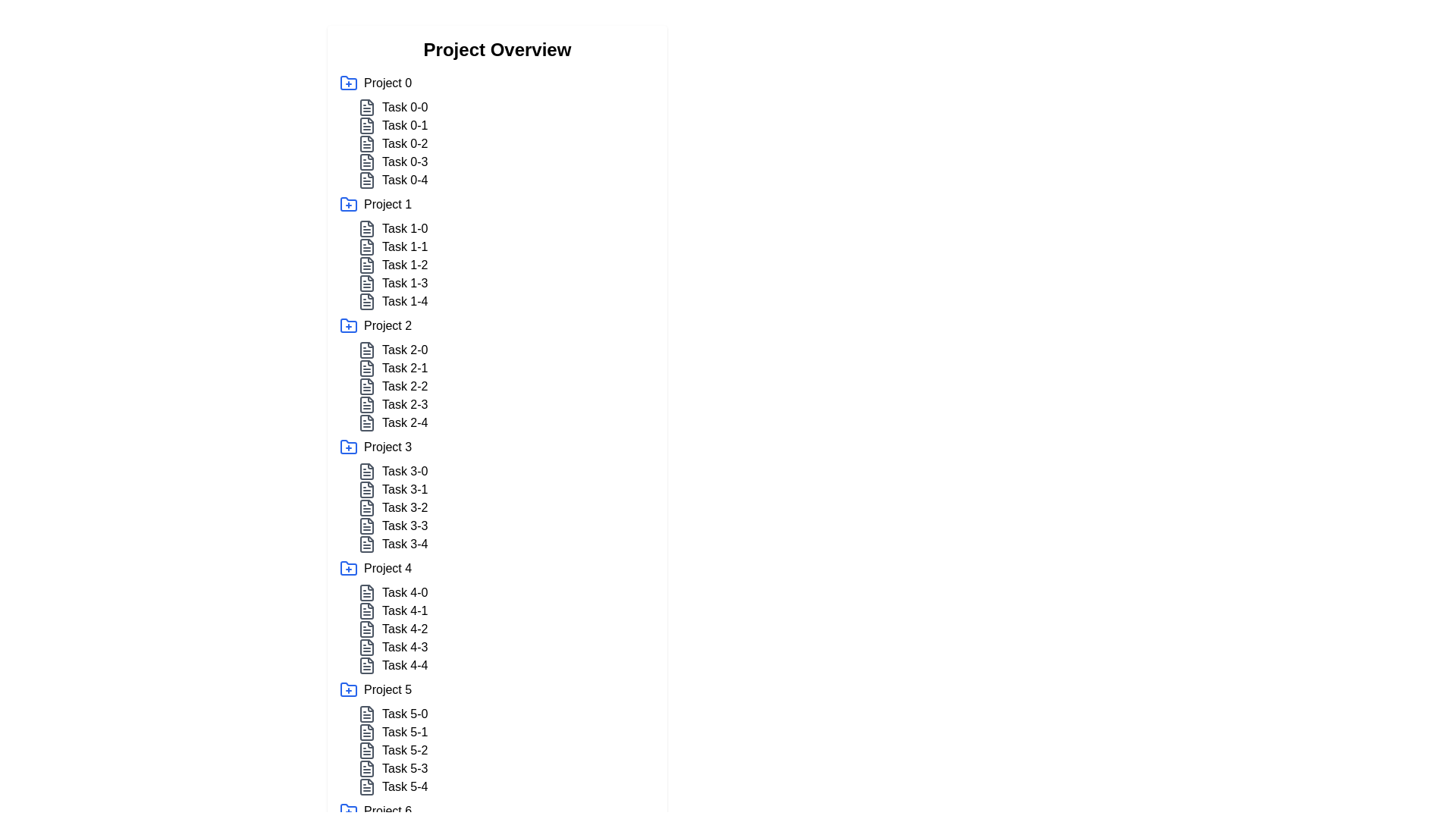  Describe the element at coordinates (367, 489) in the screenshot. I see `the icon corresponding to 'Task 3-1', located in the middle panel under 'Project 3', for visual identification` at that location.